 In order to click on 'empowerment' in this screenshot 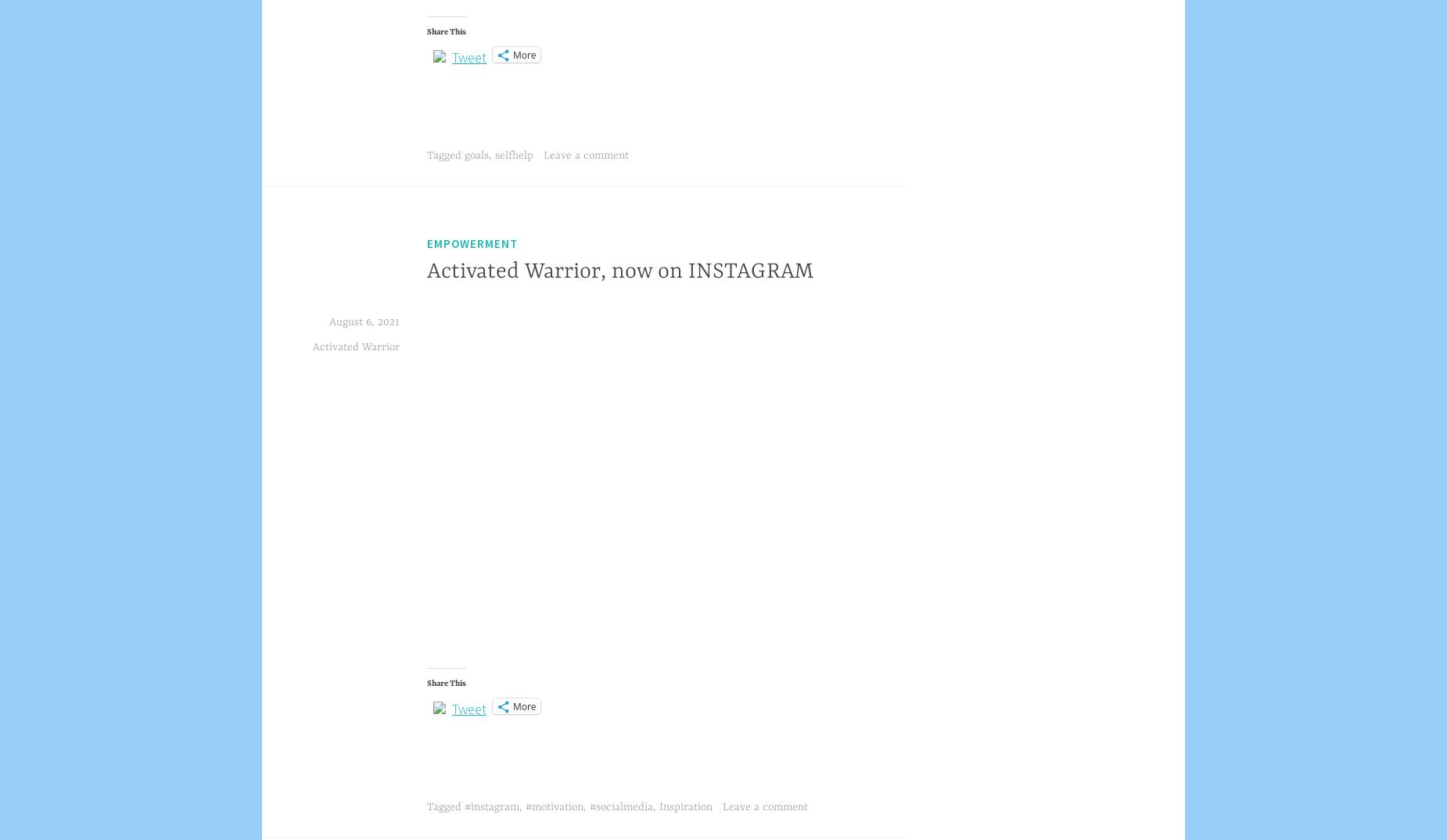, I will do `click(472, 242)`.